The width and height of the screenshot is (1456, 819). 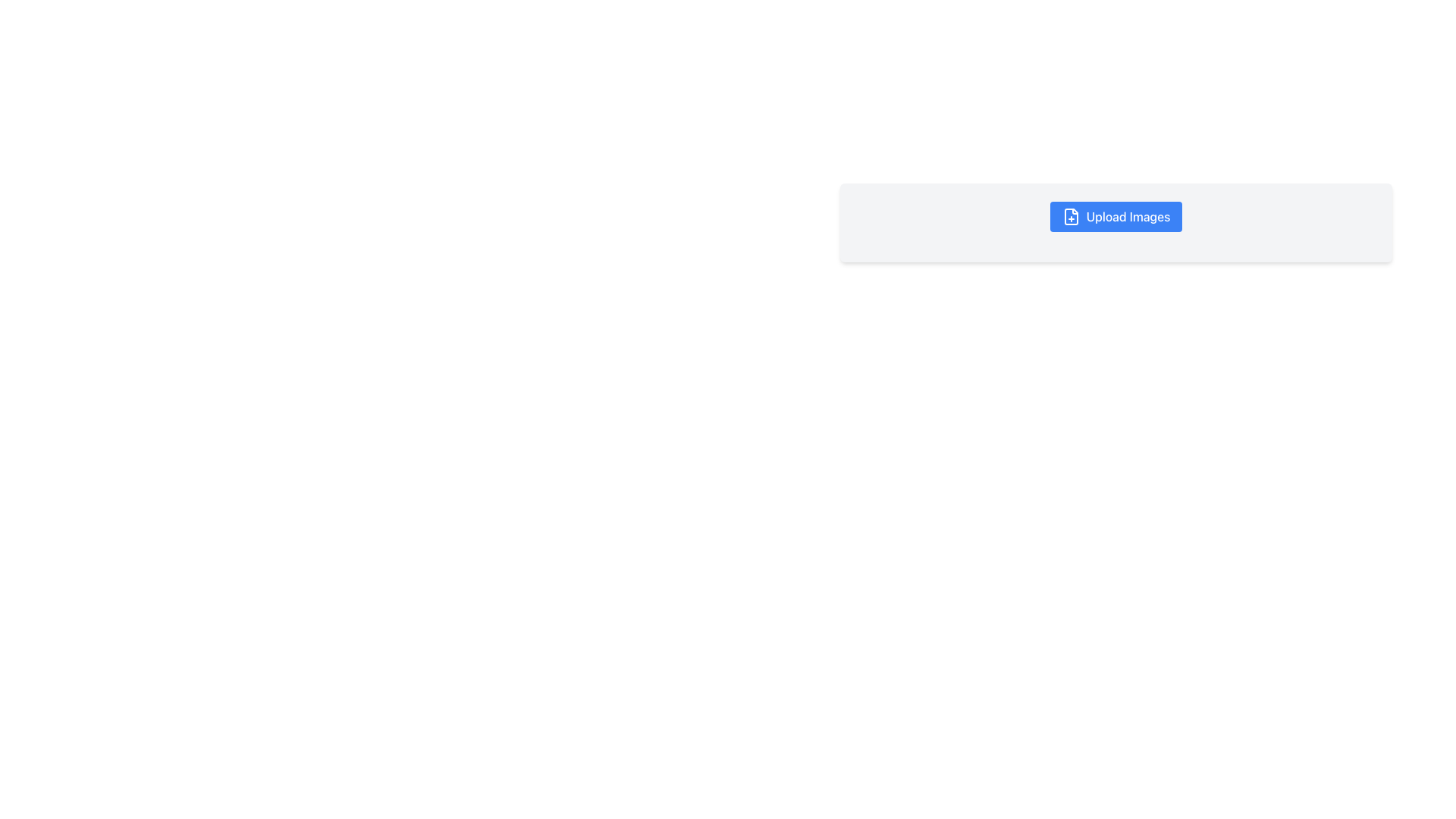 What do you see at coordinates (1116, 222) in the screenshot?
I see `the rectangular card with a gray background and rounded corners that contains a blue 'Upload Images' button at its center` at bounding box center [1116, 222].